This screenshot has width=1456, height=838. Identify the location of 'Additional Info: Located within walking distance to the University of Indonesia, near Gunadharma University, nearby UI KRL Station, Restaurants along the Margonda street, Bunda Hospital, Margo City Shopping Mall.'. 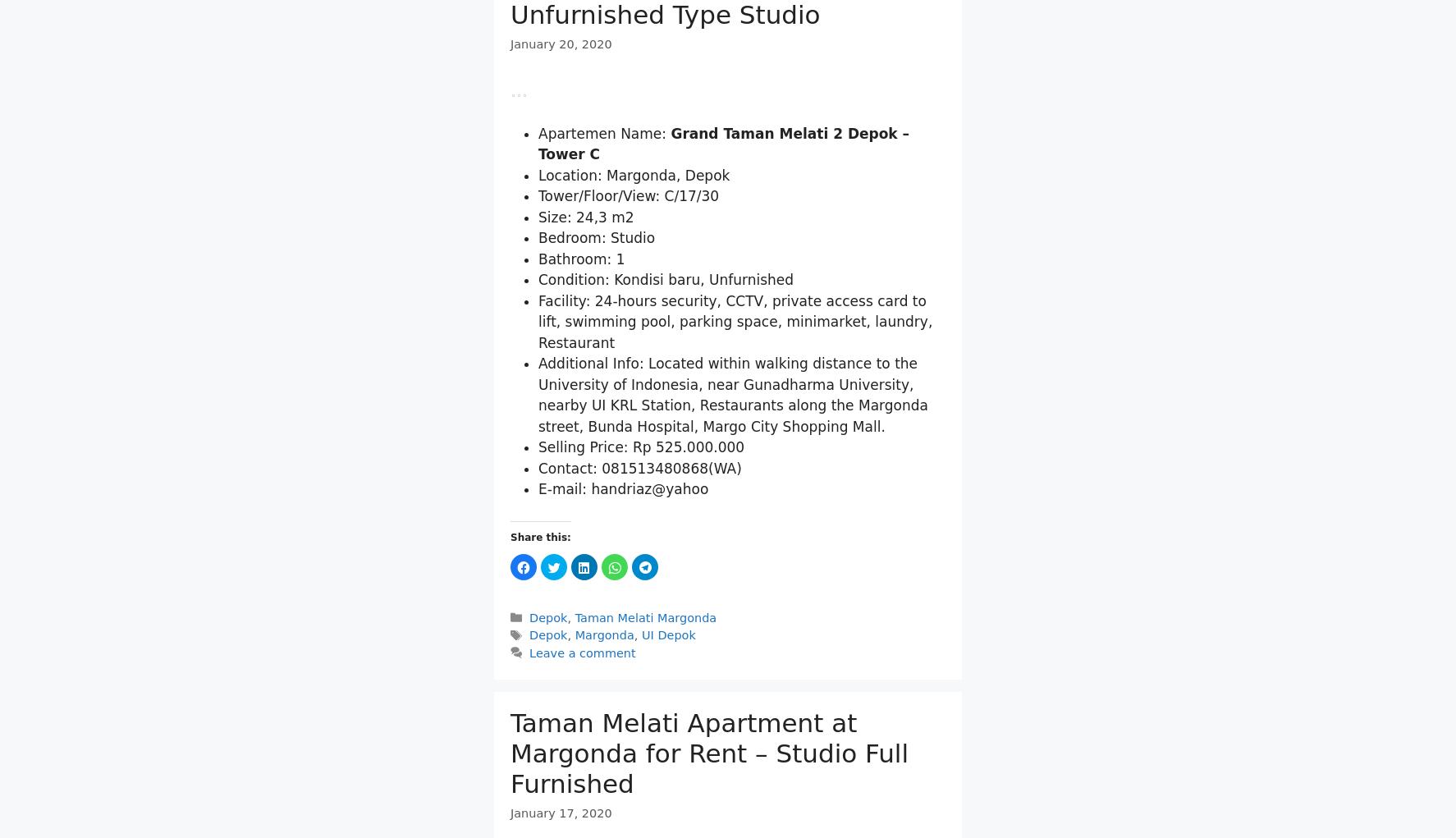
(732, 479).